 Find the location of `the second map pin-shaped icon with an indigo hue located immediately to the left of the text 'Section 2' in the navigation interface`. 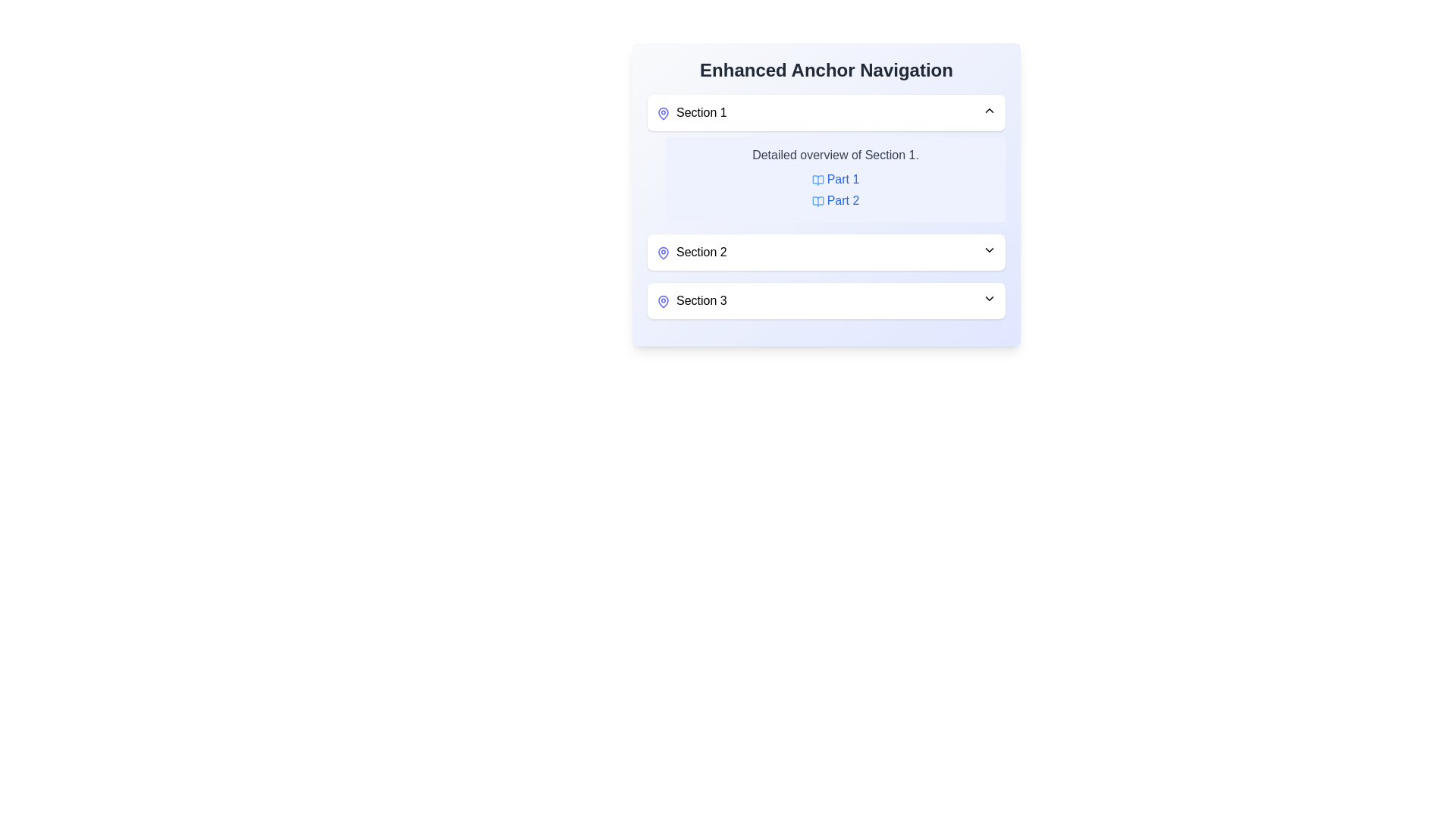

the second map pin-shaped icon with an indigo hue located immediately to the left of the text 'Section 2' in the navigation interface is located at coordinates (663, 251).